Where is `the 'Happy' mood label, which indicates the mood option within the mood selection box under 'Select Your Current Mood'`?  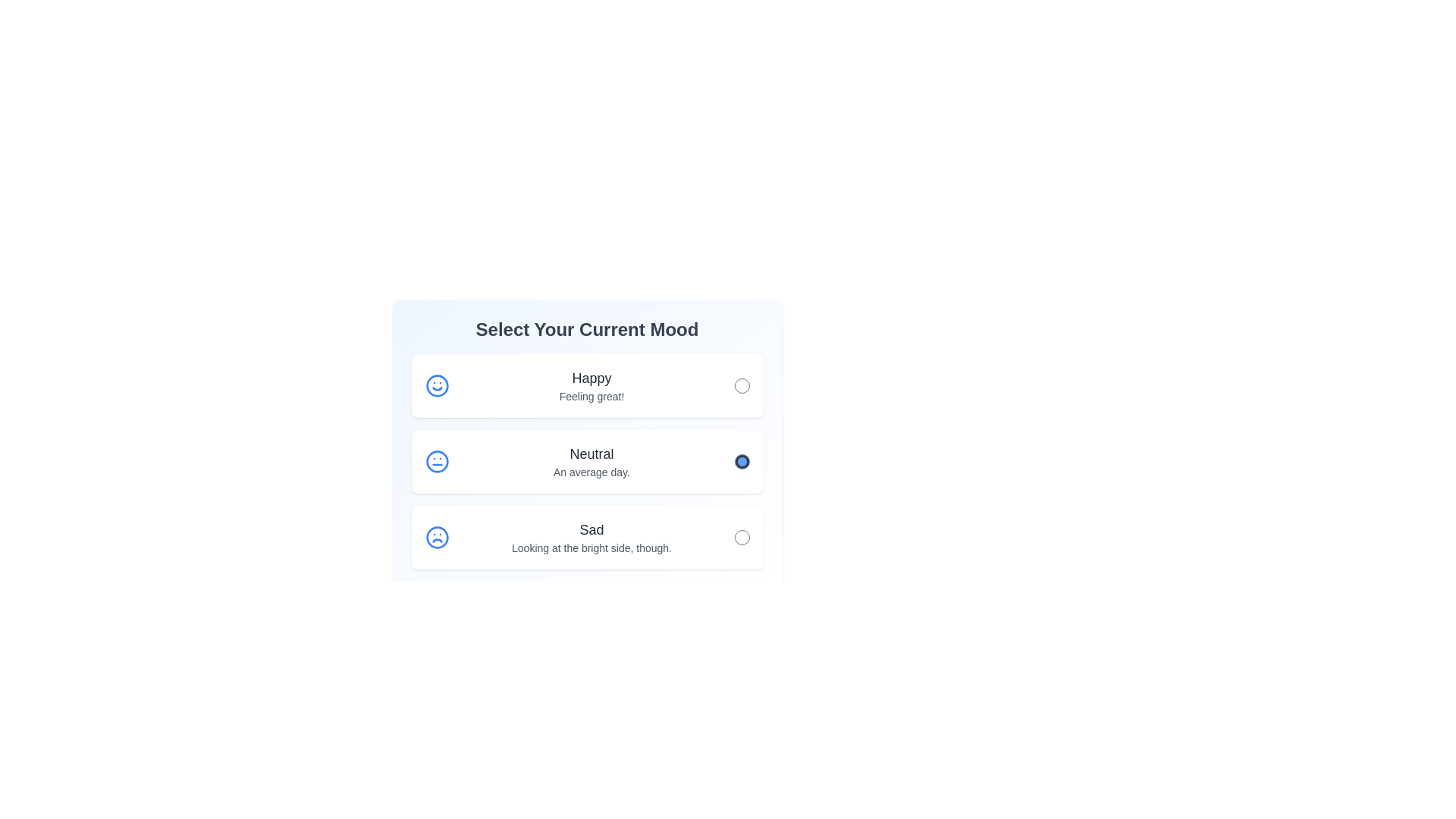 the 'Happy' mood label, which indicates the mood option within the mood selection box under 'Select Your Current Mood' is located at coordinates (591, 377).